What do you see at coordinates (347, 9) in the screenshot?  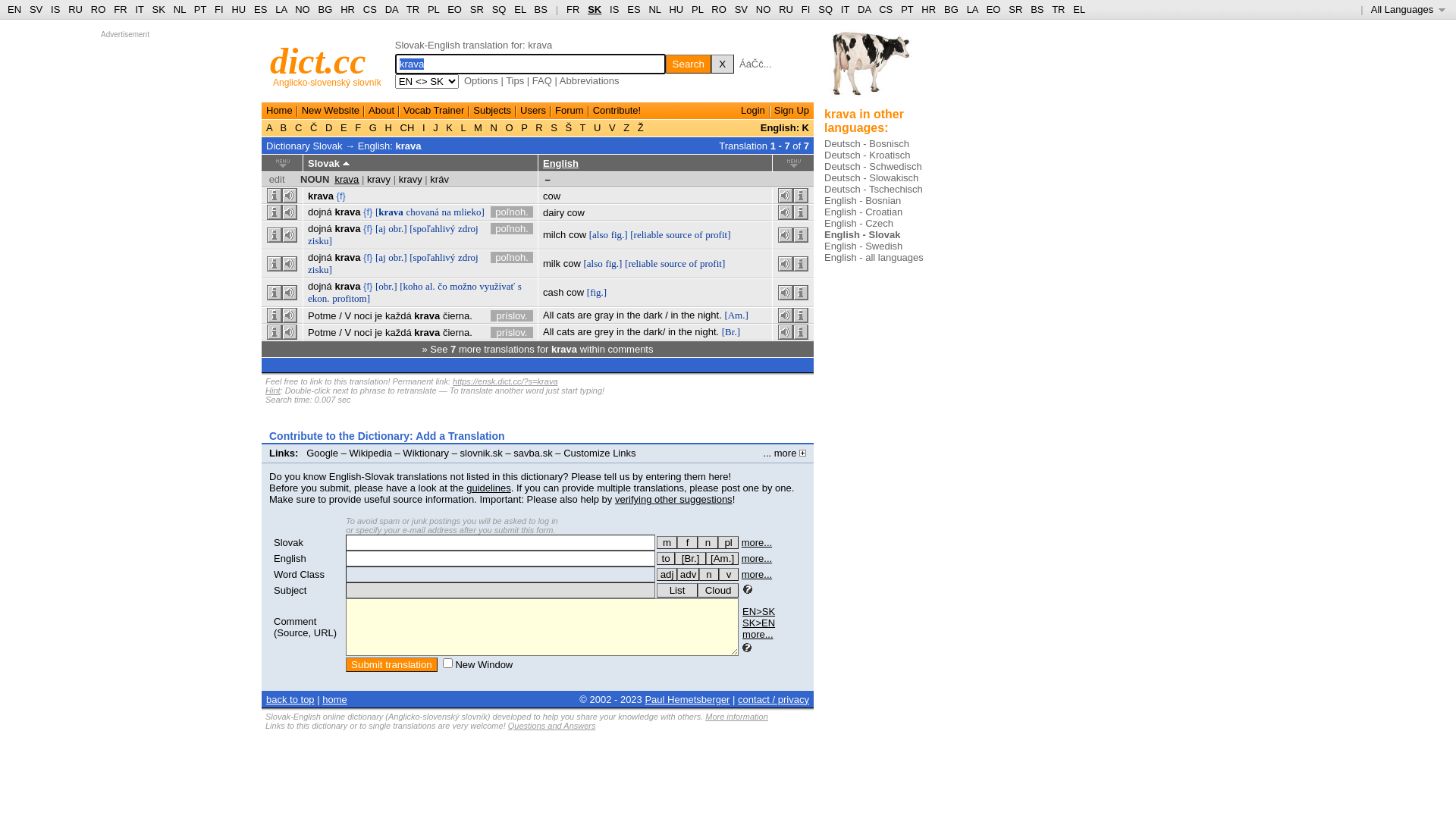 I see `'HR'` at bounding box center [347, 9].